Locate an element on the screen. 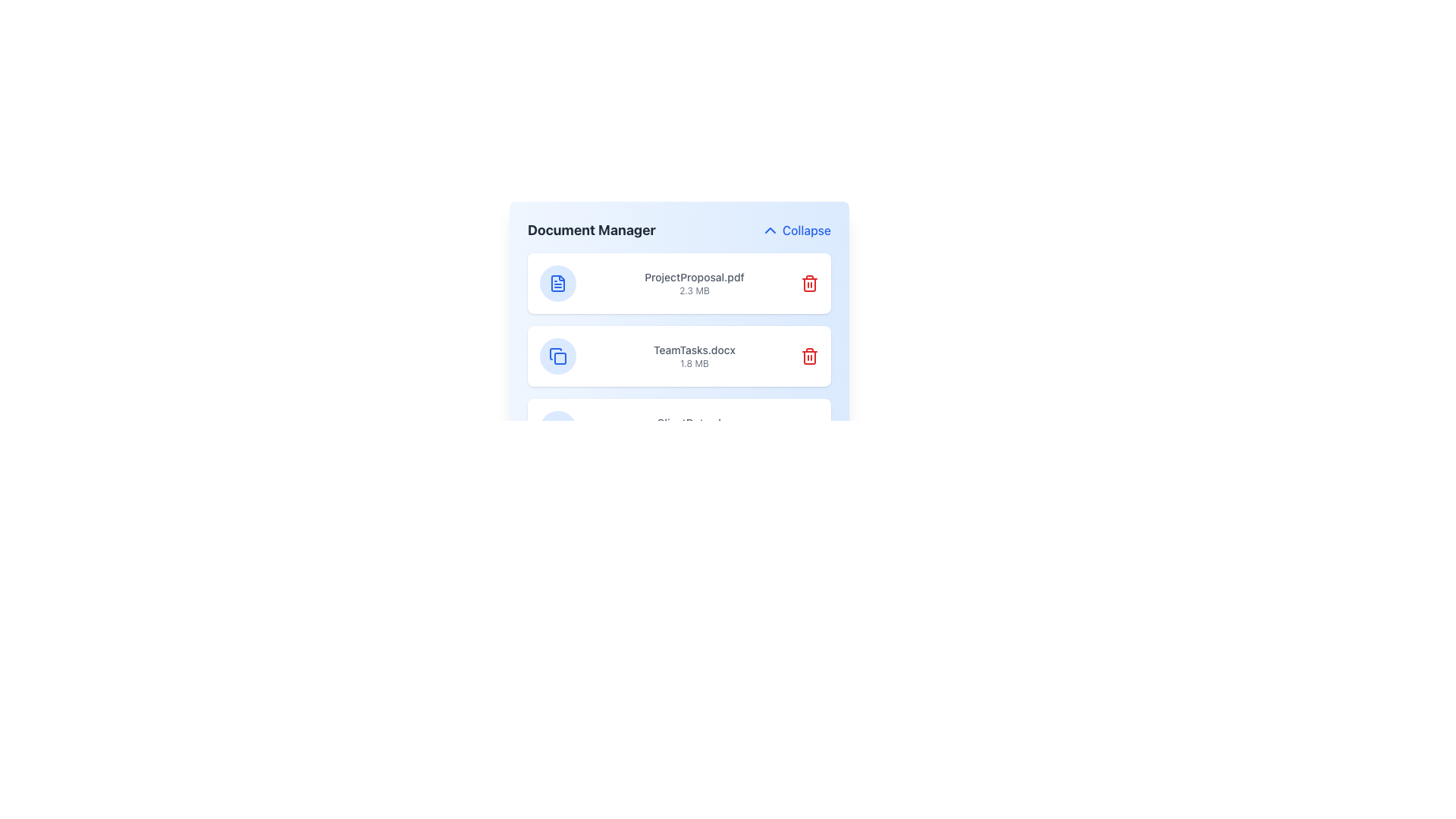  the red trash bin icon associated with 'TeamTasks.docx' to potentially display additional information is located at coordinates (809, 356).